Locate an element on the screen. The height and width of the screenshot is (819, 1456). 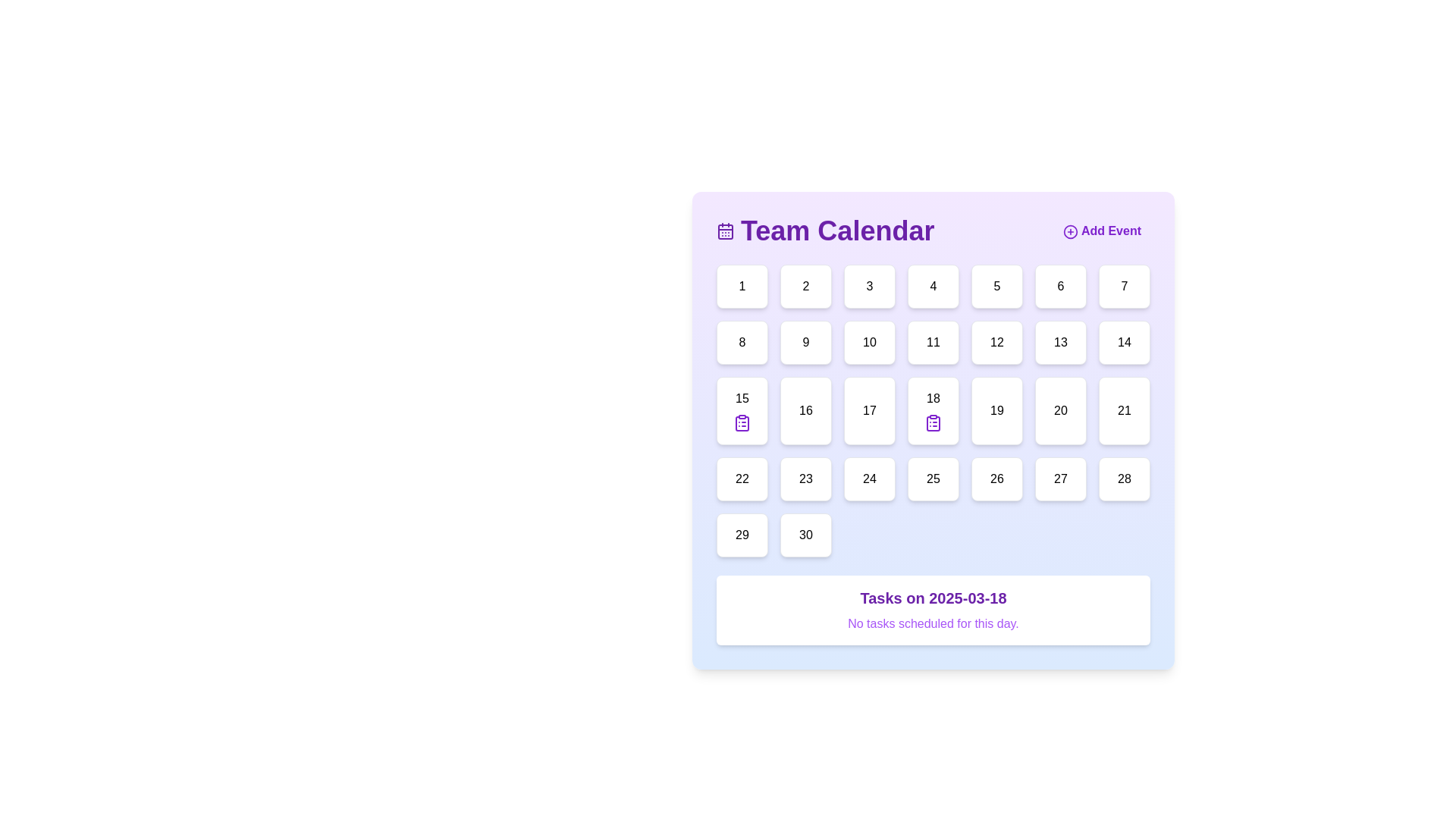
the Calendar date tile (button) displaying the number '28' is located at coordinates (1125, 479).